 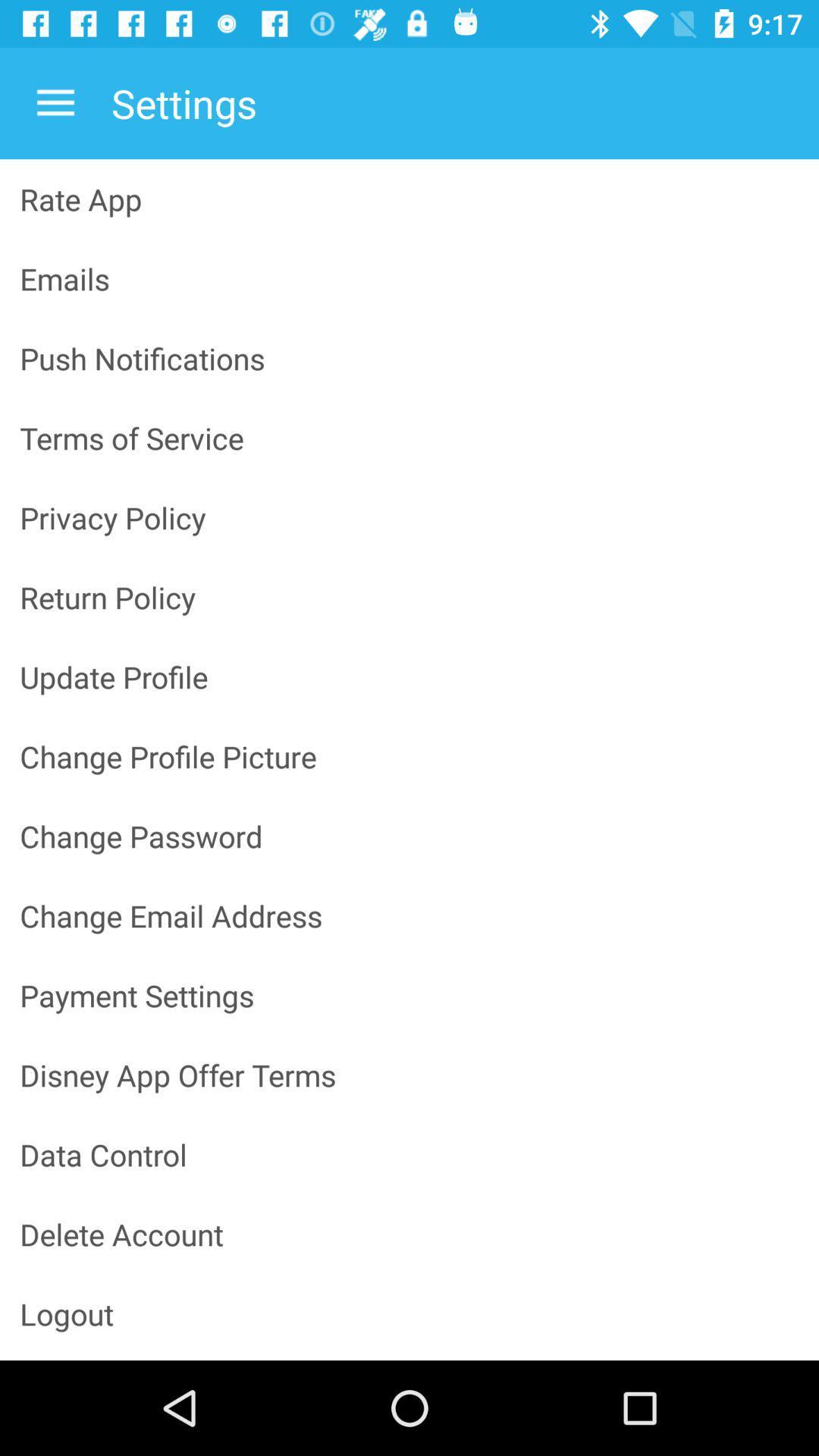 I want to click on the icon above the change email address icon, so click(x=409, y=835).